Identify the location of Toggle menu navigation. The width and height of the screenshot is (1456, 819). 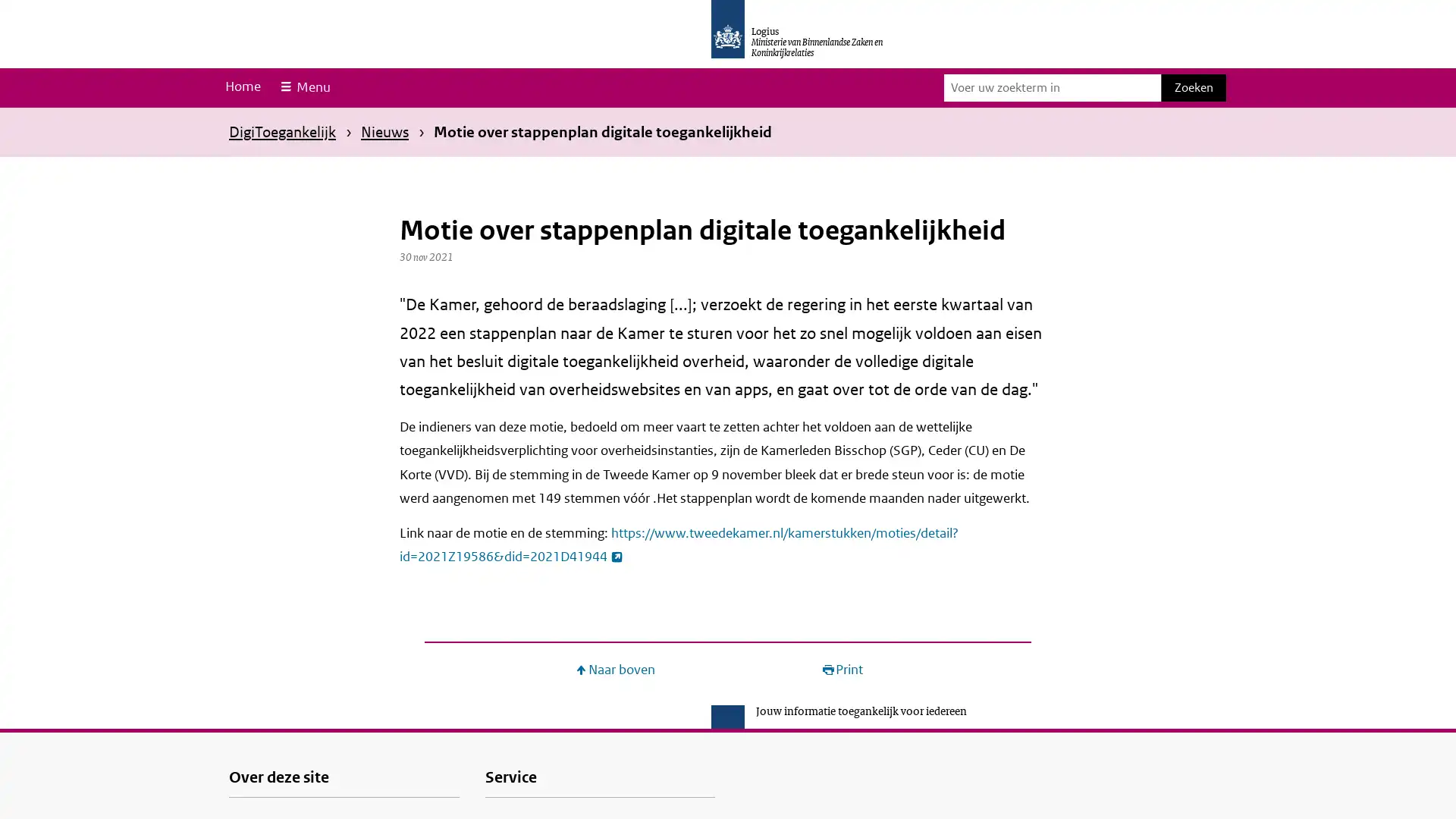
(303, 87).